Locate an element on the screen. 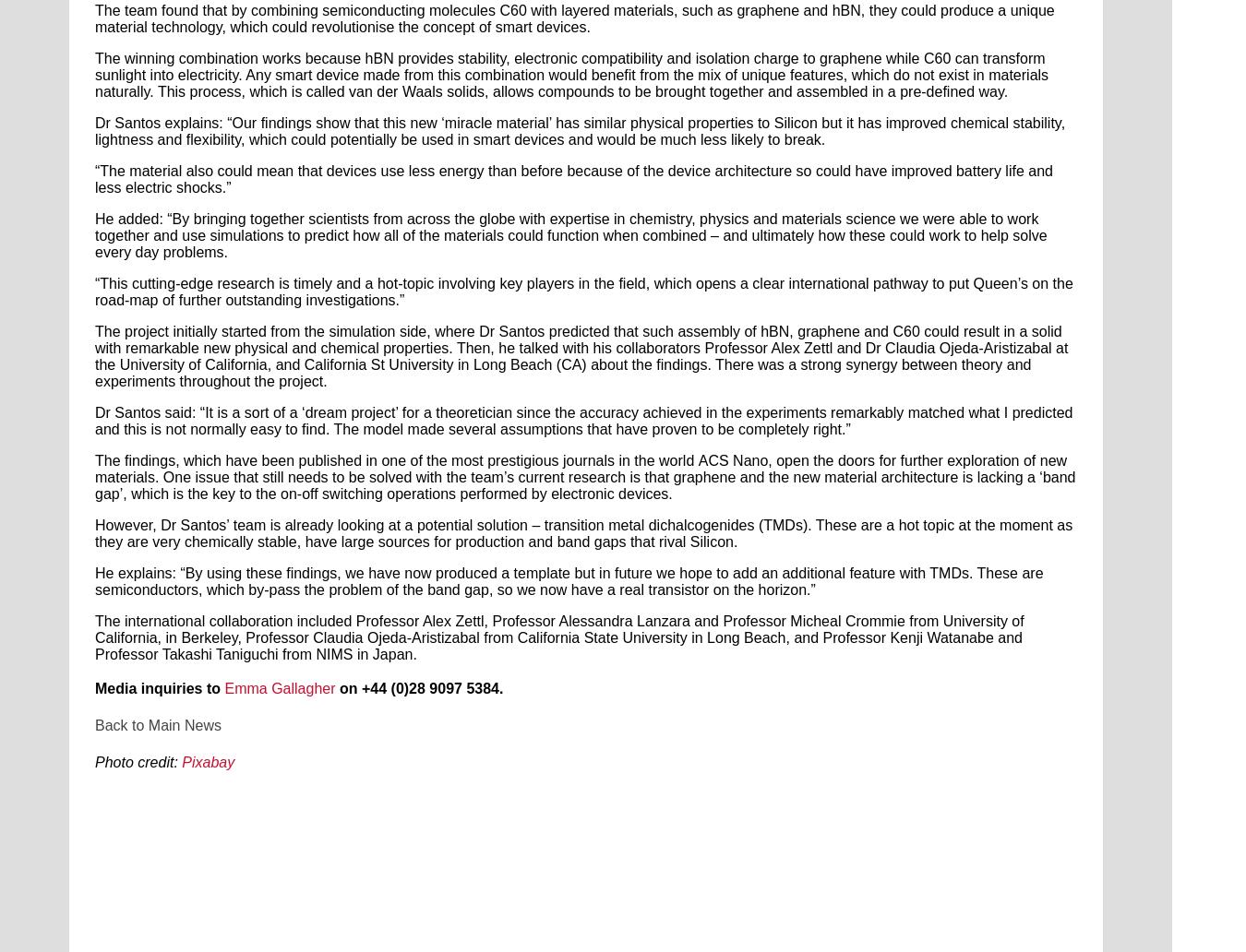 The width and height of the screenshot is (1246, 952). 'Photo credit:' is located at coordinates (136, 762).